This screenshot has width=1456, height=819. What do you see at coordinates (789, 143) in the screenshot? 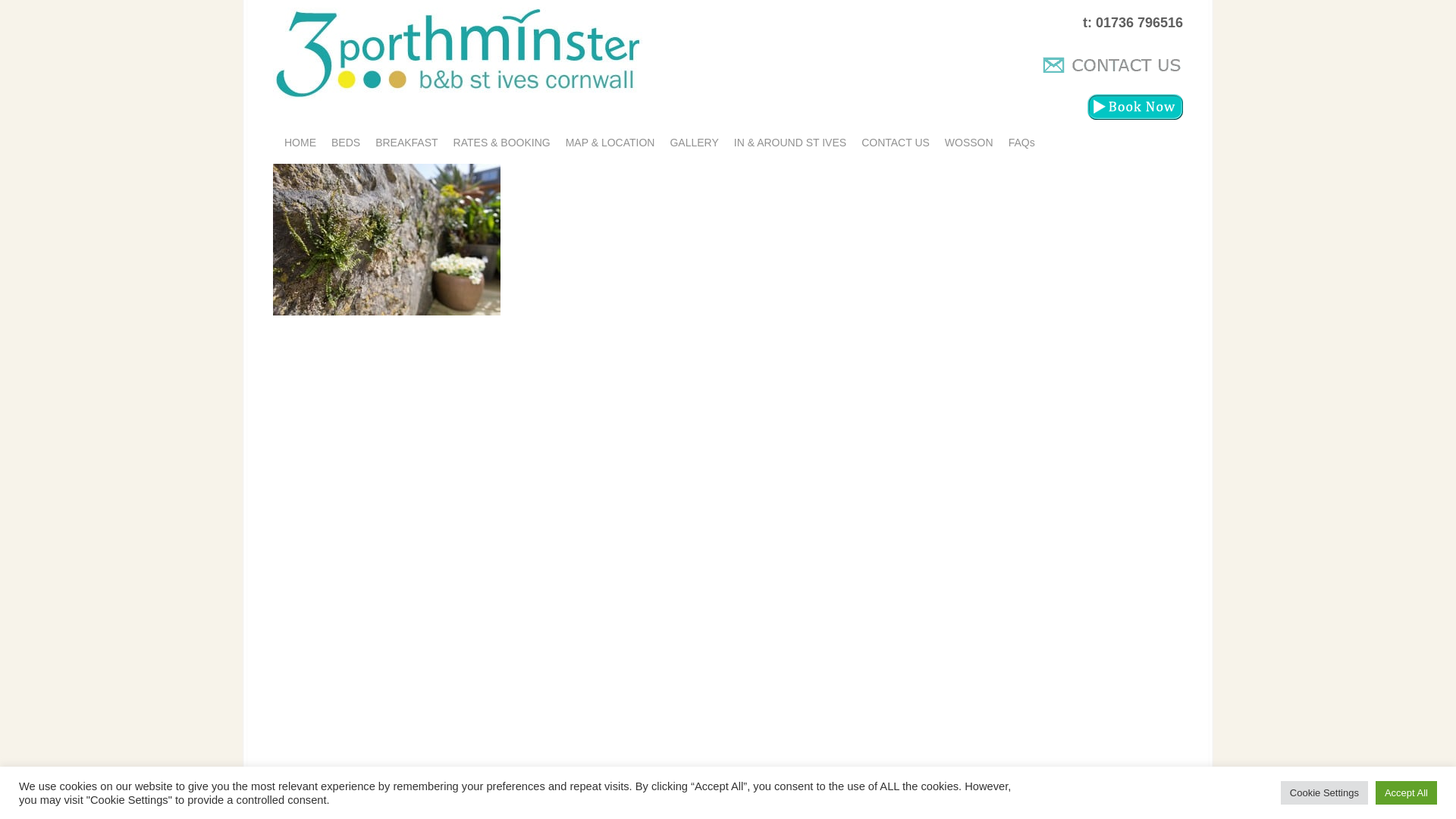
I see `'IN & AROUND ST IVES'` at bounding box center [789, 143].